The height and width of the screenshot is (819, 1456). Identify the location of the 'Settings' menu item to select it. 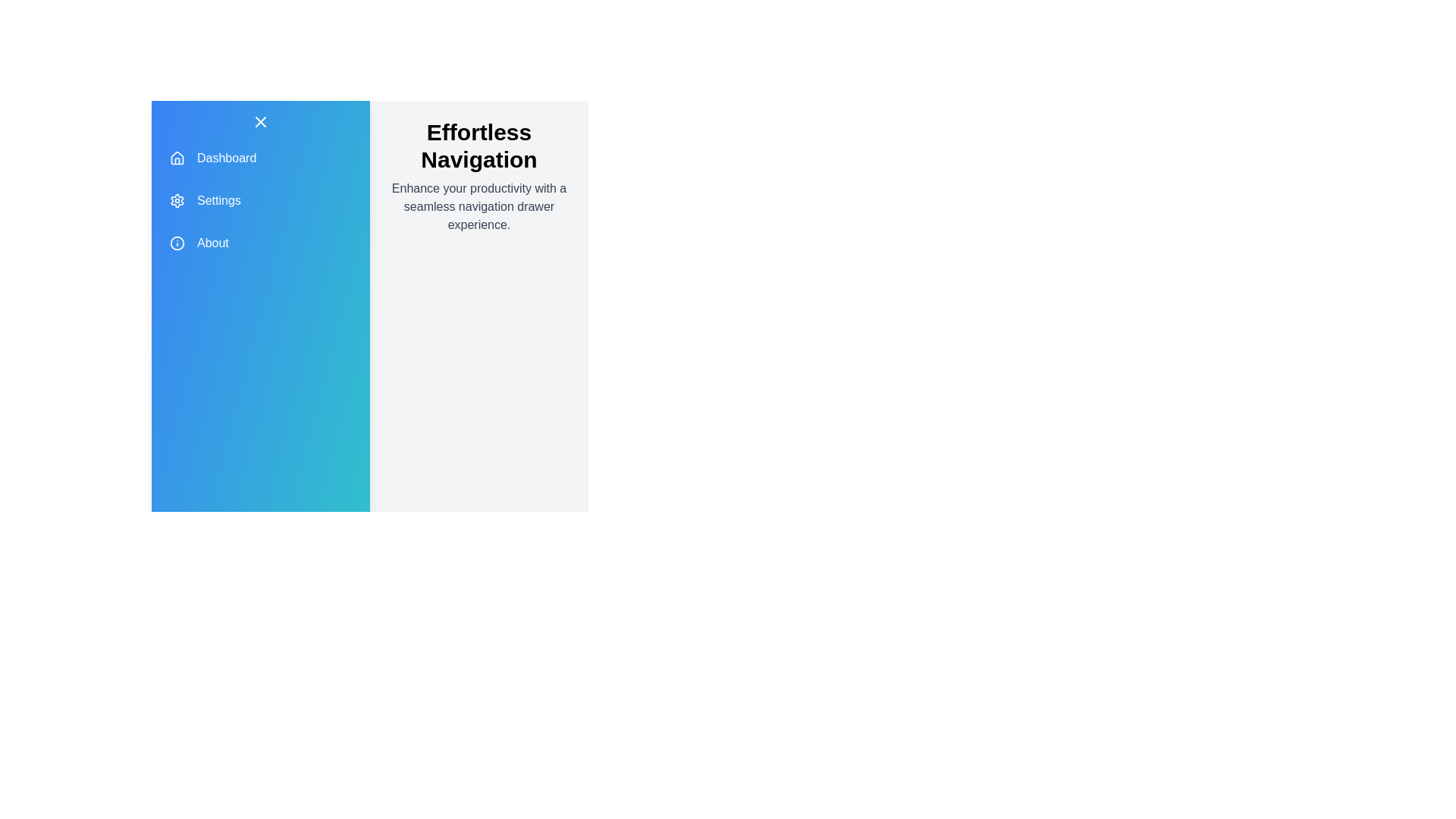
(261, 200).